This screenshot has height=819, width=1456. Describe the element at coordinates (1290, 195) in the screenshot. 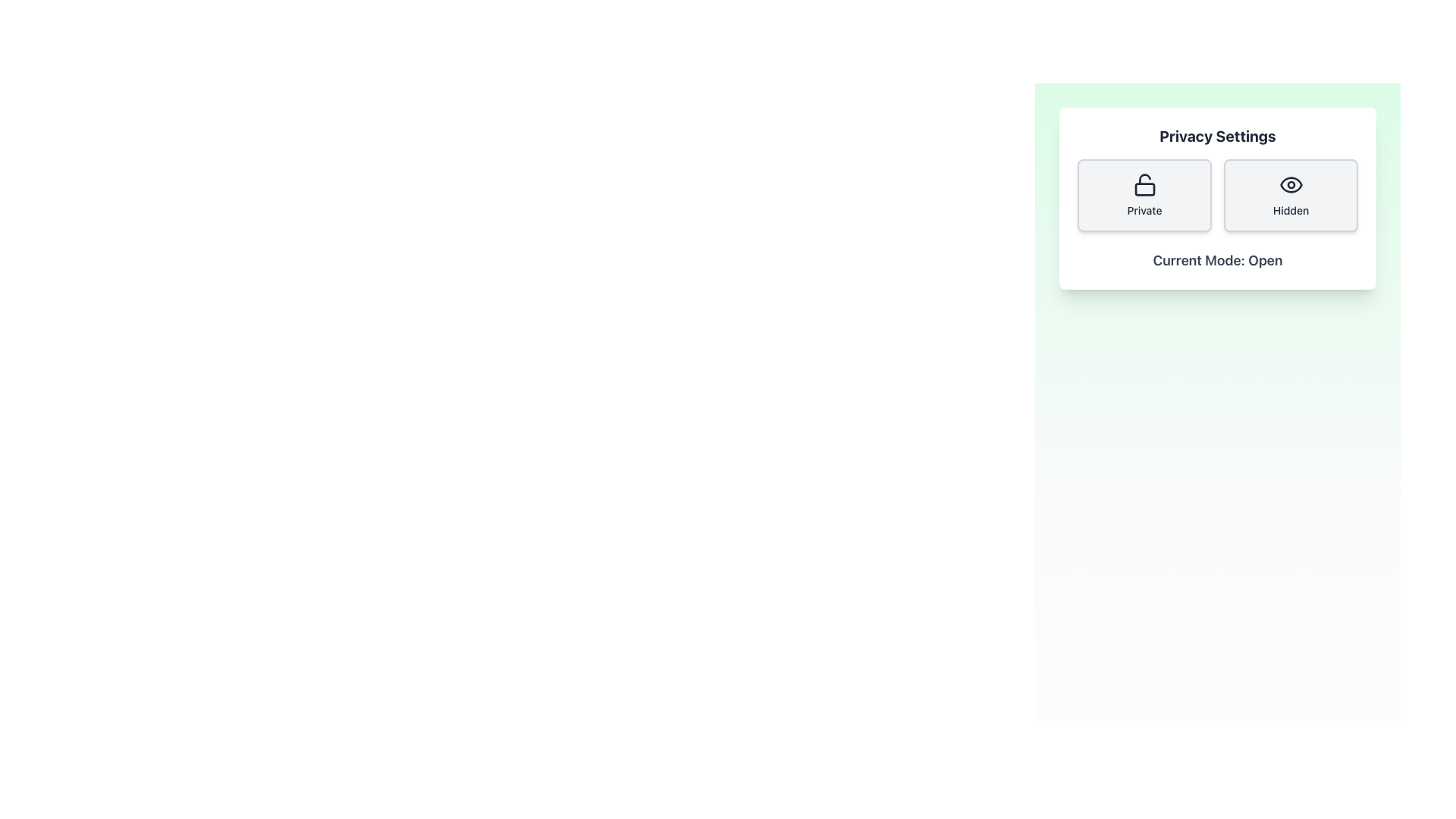

I see `the second card from the left that has a light gray background, an eye icon at the top, and the text 'Hidden' below it` at that location.